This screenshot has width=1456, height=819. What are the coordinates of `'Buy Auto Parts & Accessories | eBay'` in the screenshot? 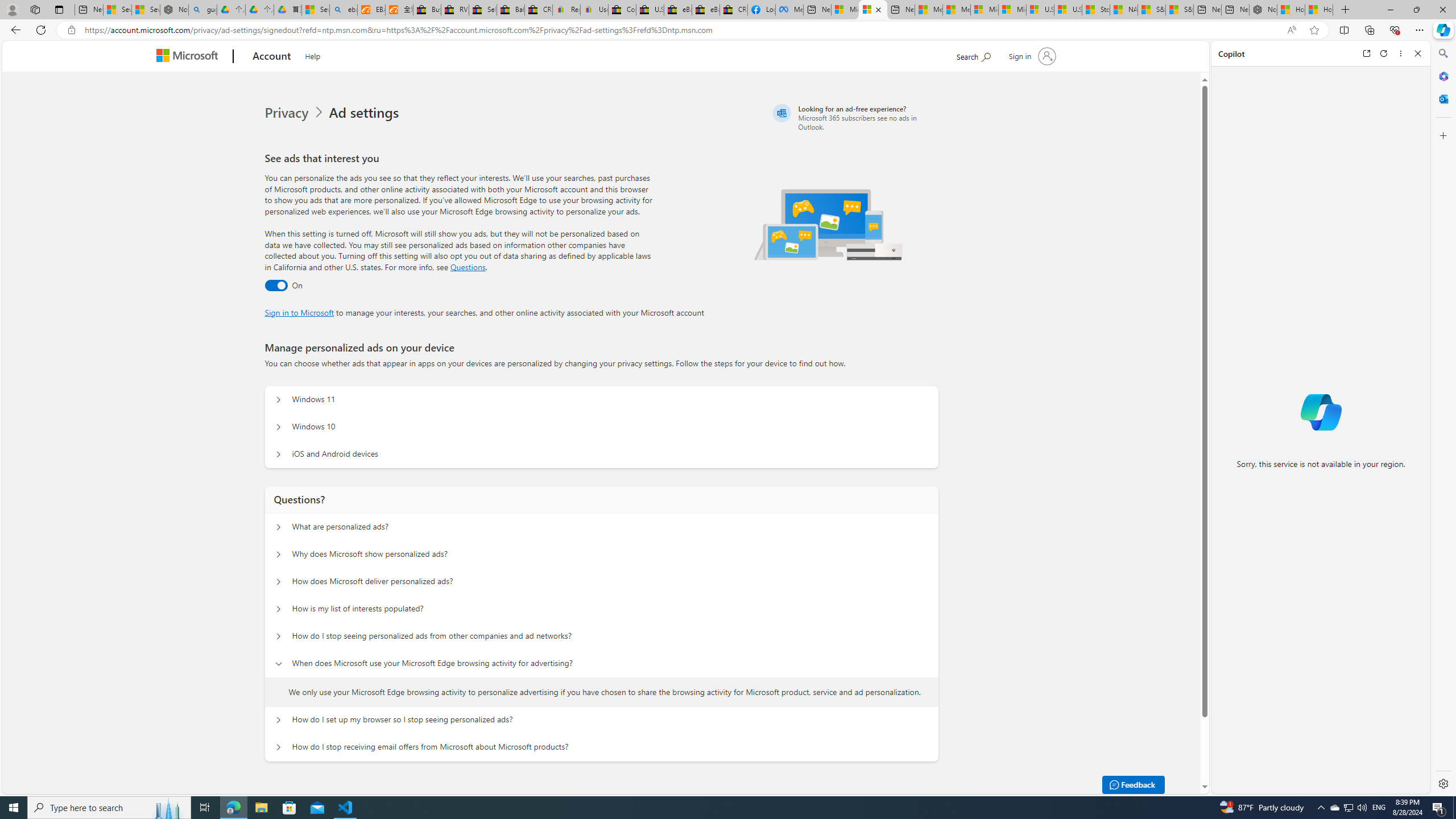 It's located at (427, 9).